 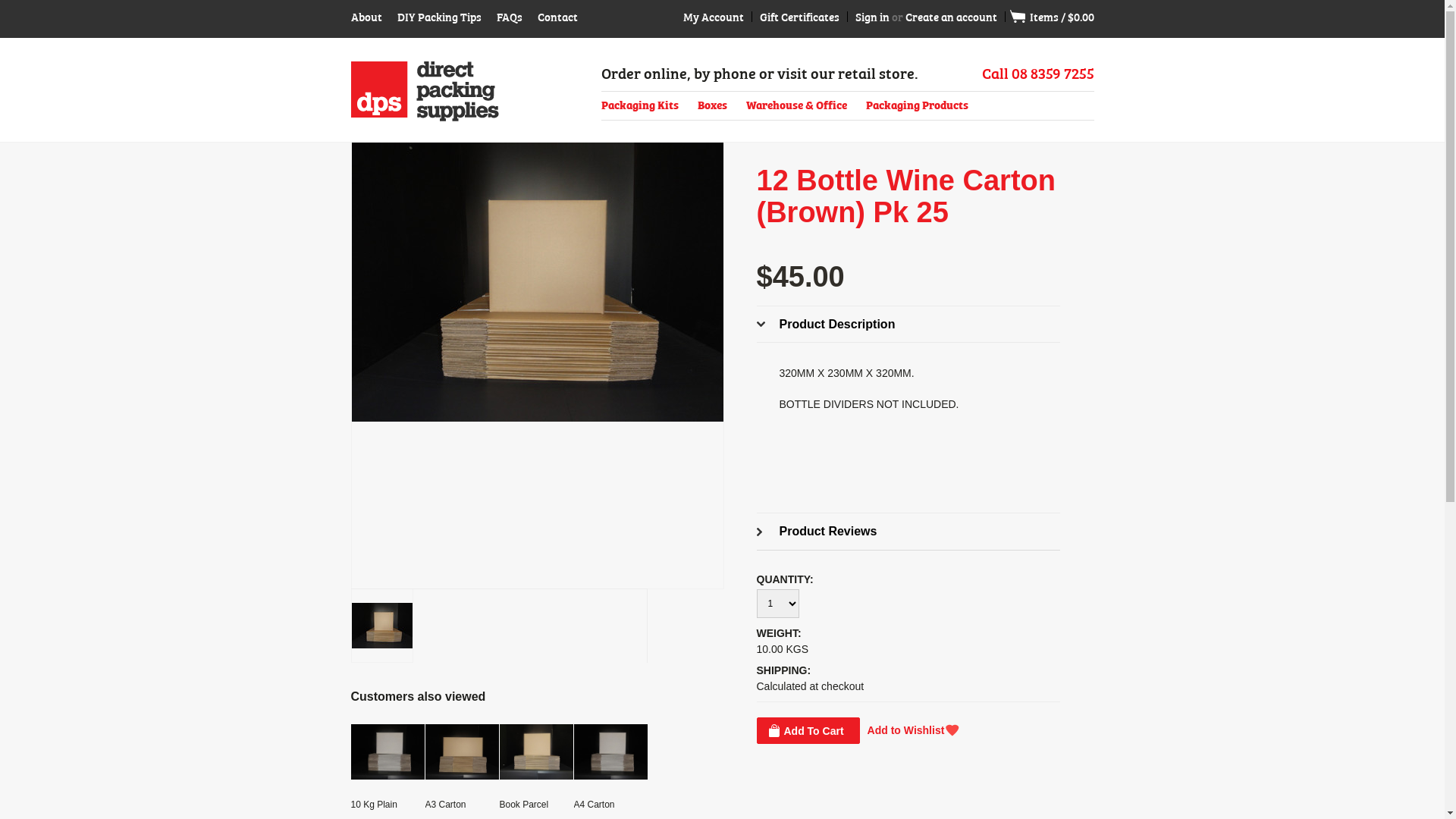 What do you see at coordinates (495, 16) in the screenshot?
I see `'FAQs'` at bounding box center [495, 16].